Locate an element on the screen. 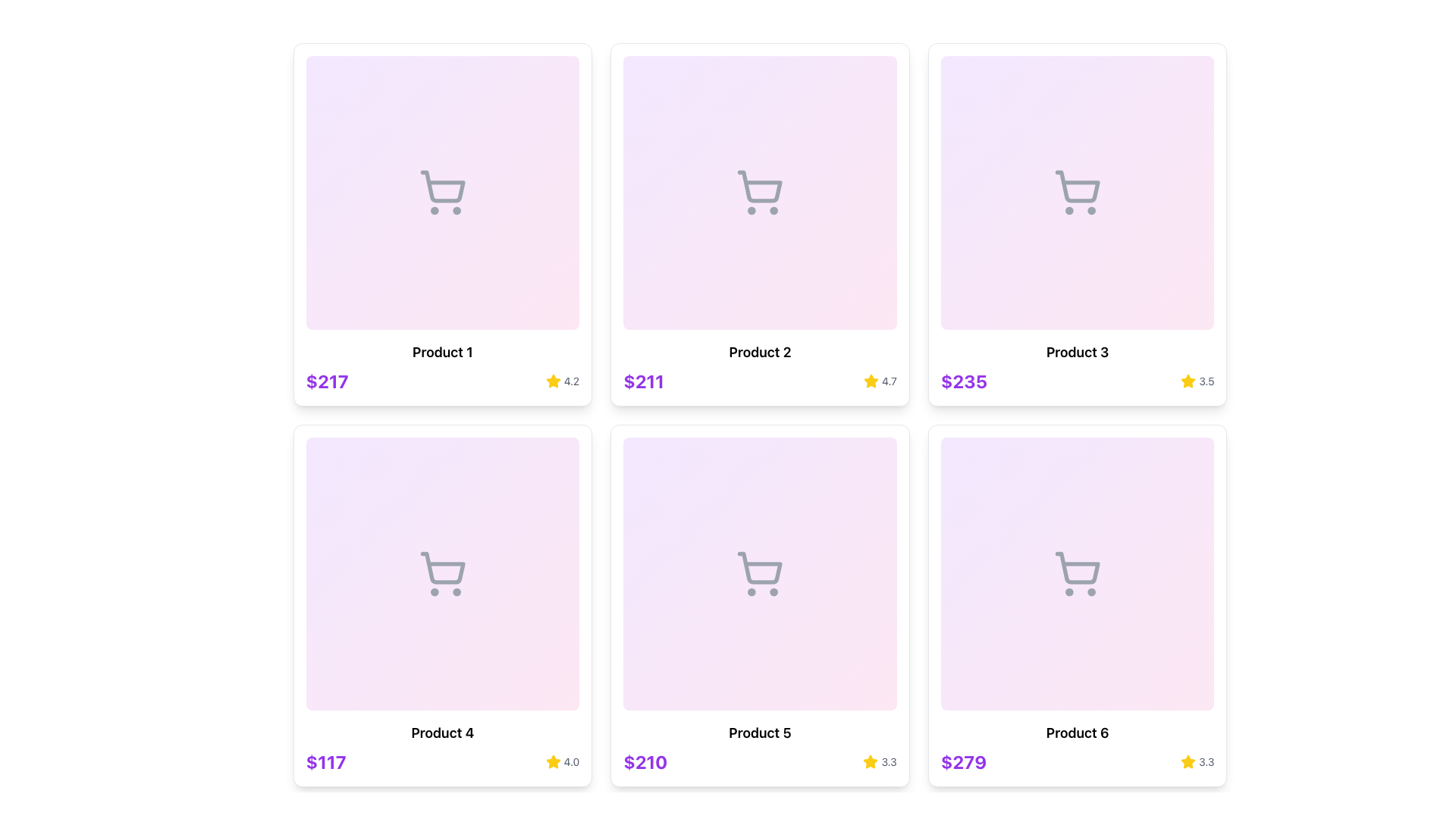  the interactive text button located at the bottom center of the 'Product 1' card is located at coordinates (441, 344).